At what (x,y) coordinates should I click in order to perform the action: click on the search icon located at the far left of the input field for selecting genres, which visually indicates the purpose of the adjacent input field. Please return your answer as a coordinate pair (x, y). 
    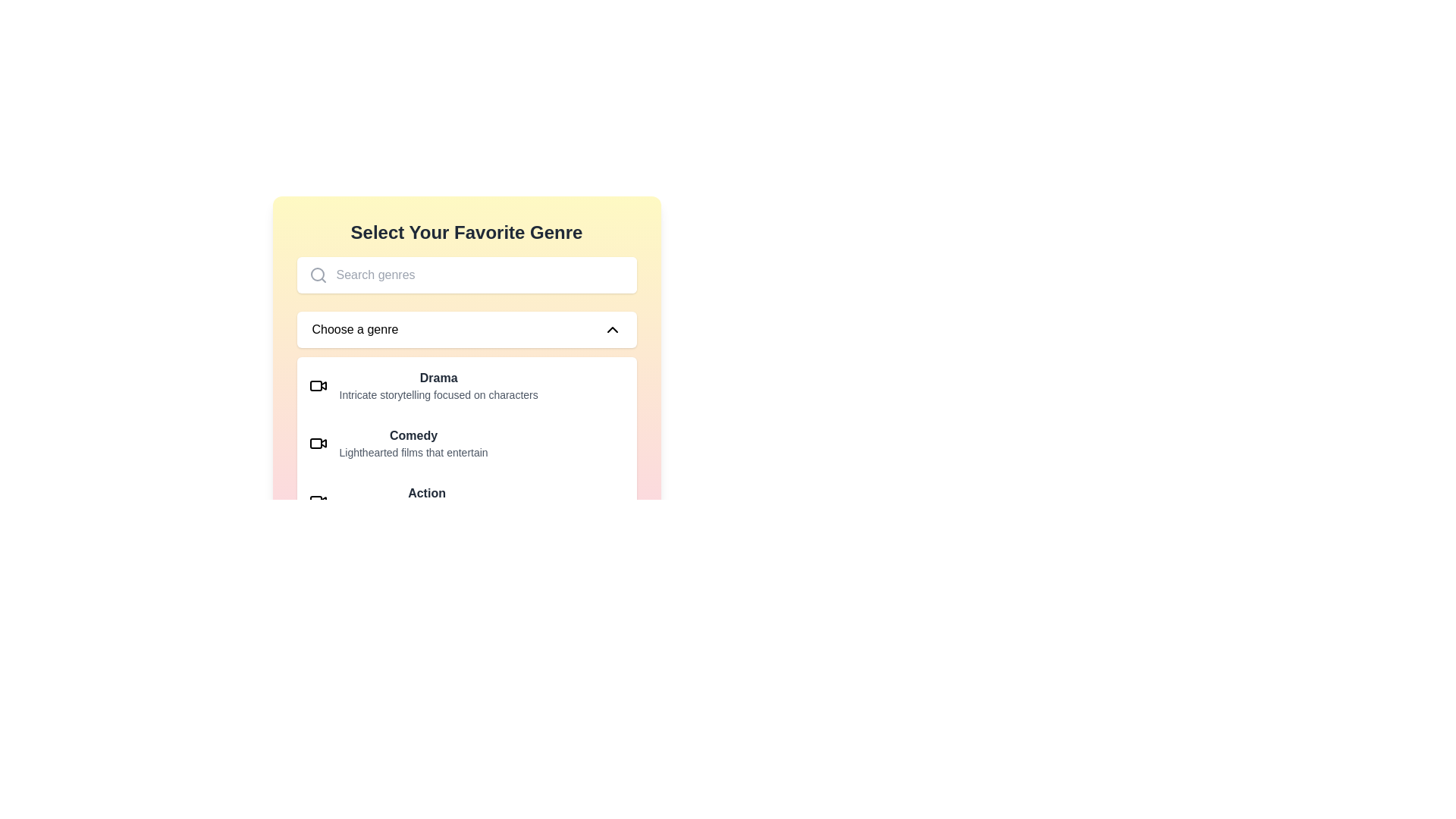
    Looking at the image, I should click on (317, 275).